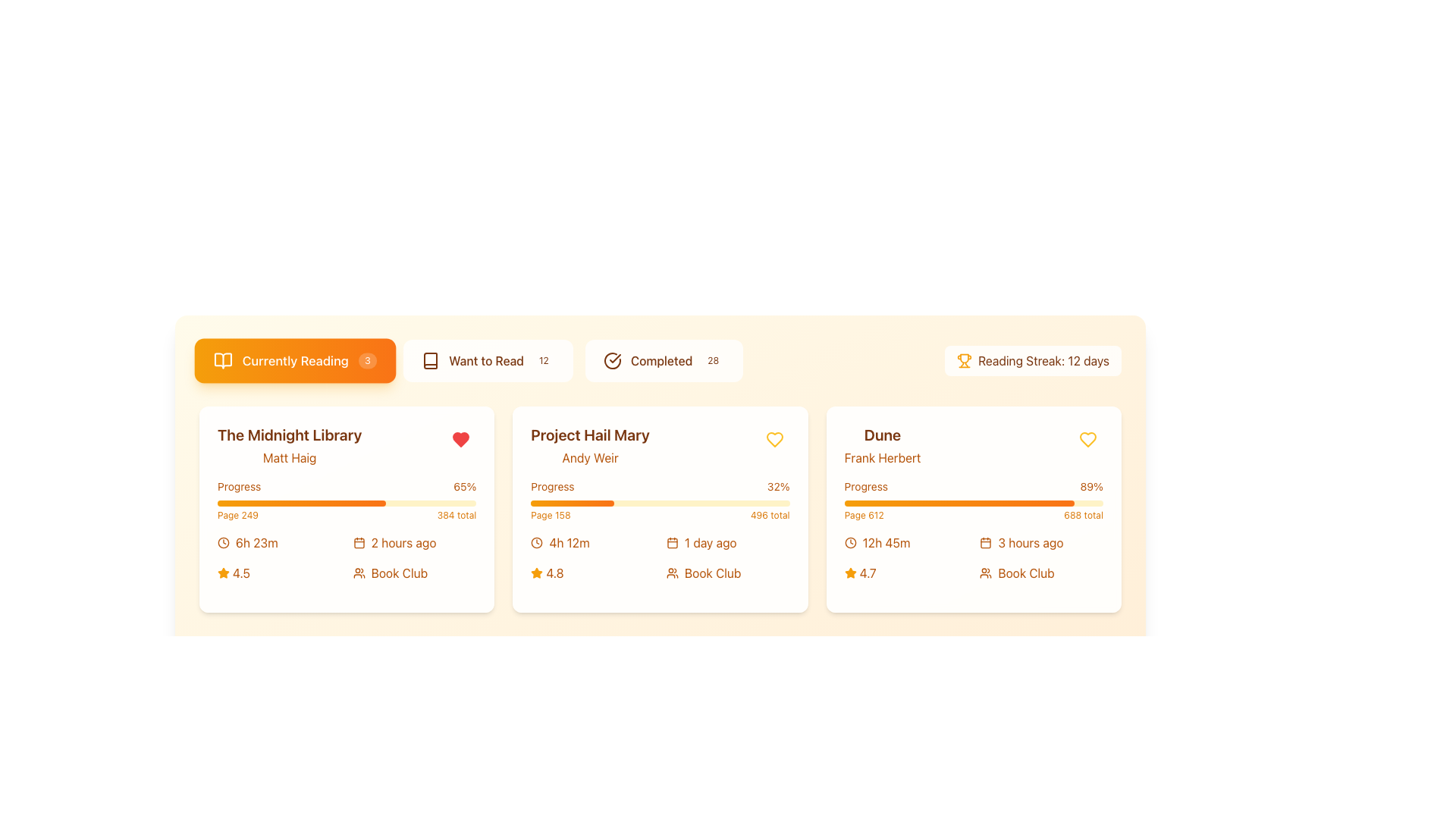 This screenshot has width=1456, height=819. What do you see at coordinates (1090, 486) in the screenshot?
I see `the static text label displaying '89%' in bold amber text, located in the third column of cards labeled 'Dune', near the bottom-right corner of the card` at bounding box center [1090, 486].